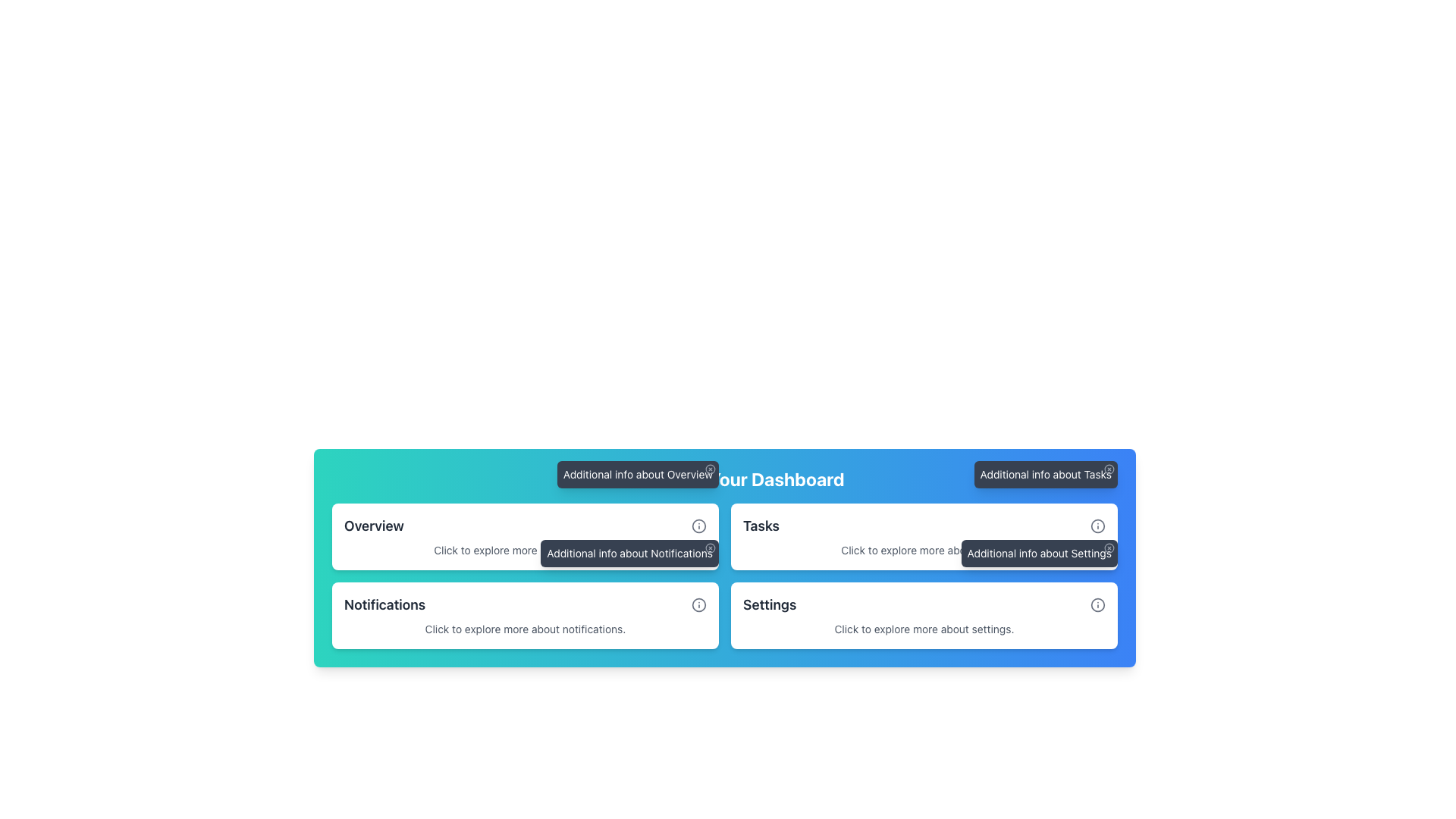 This screenshot has width=1456, height=819. I want to click on the circular icon button with a gray border and an information symbol in the top-right corner of the 'Notifications' section header, so click(698, 604).